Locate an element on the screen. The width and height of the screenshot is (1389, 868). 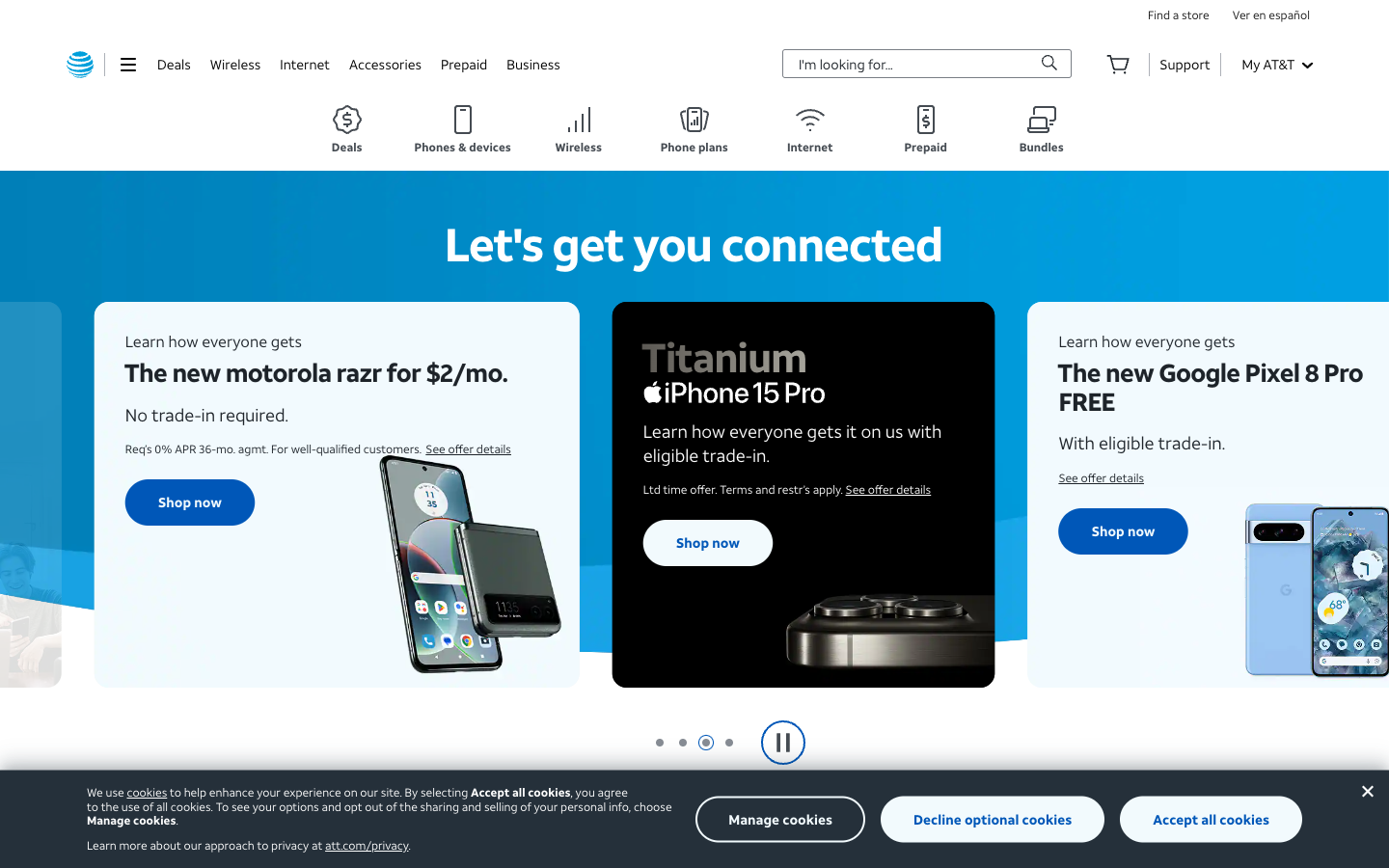
phone tariff options is located at coordinates (694, 129).